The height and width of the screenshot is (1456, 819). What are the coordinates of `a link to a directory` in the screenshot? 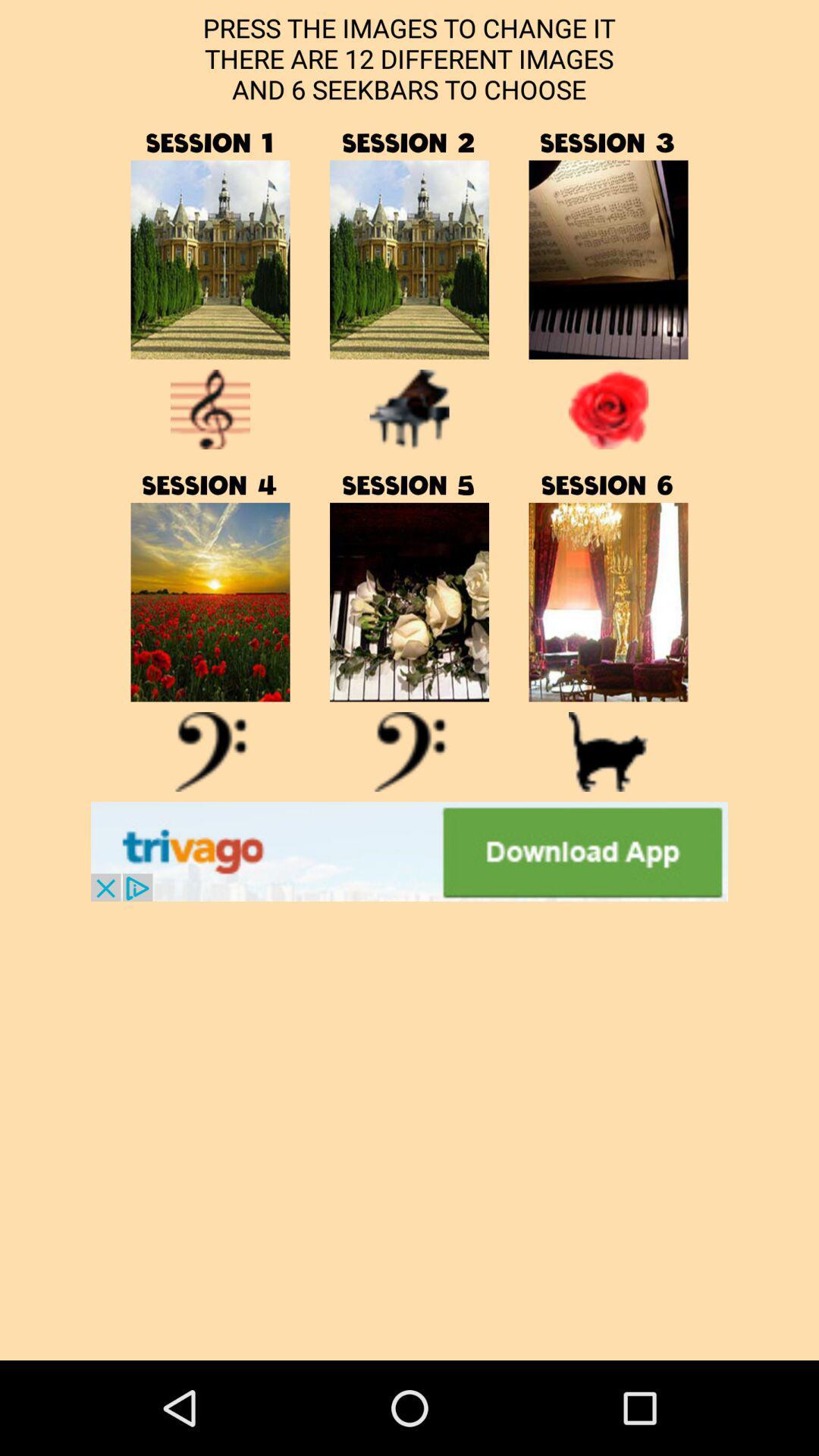 It's located at (210, 259).